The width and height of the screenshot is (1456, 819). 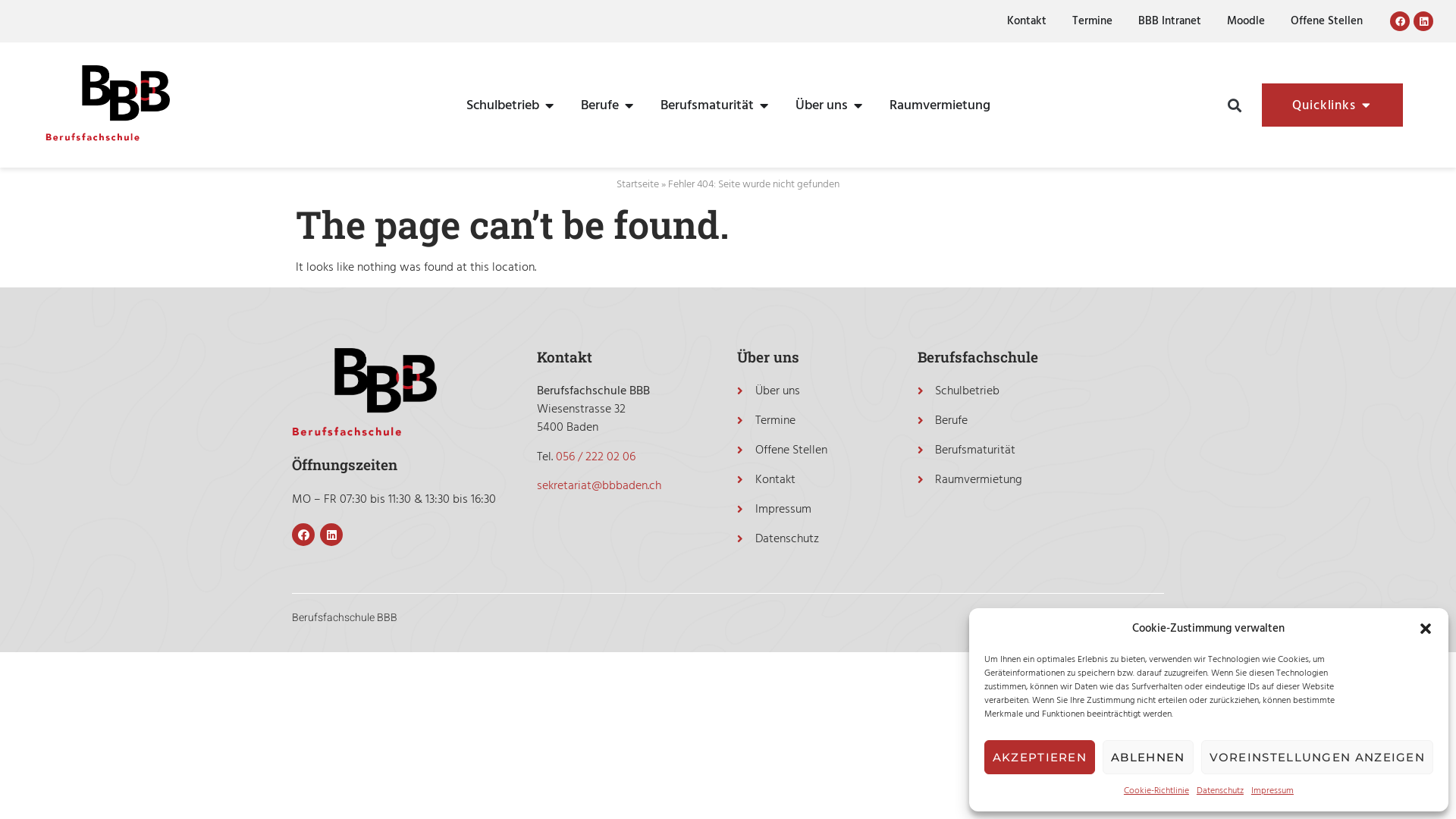 I want to click on 'Kontakt', so click(x=1026, y=20).